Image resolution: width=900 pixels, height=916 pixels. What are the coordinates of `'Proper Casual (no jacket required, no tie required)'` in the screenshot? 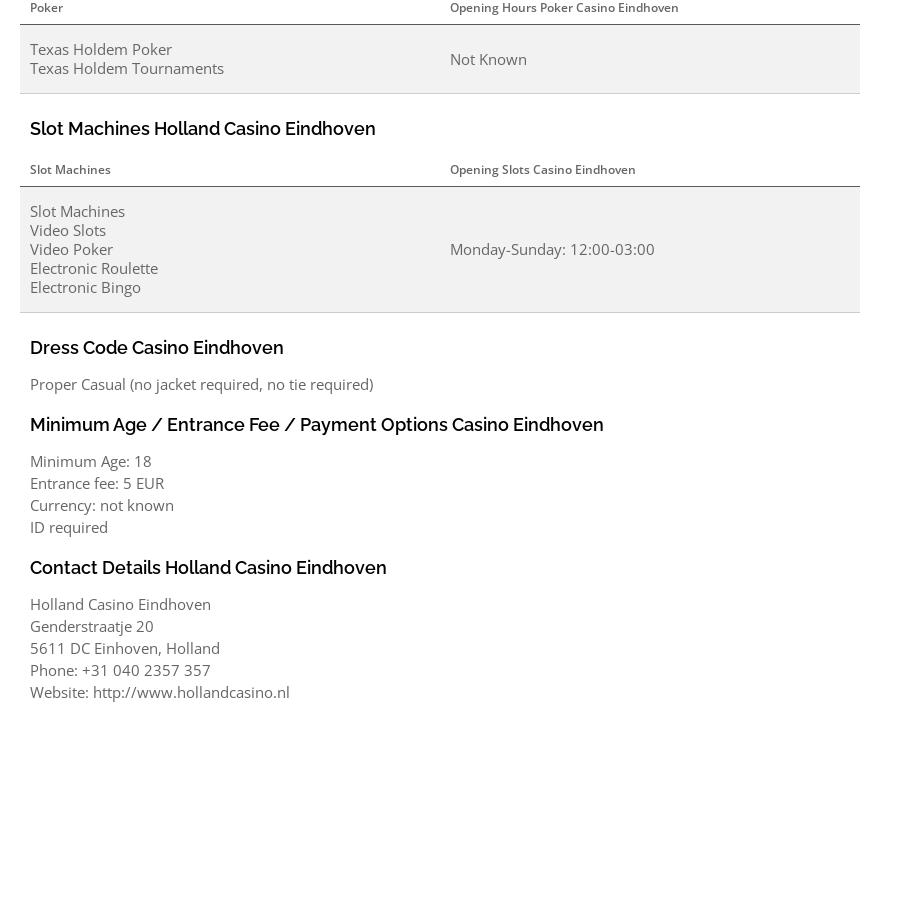 It's located at (201, 383).